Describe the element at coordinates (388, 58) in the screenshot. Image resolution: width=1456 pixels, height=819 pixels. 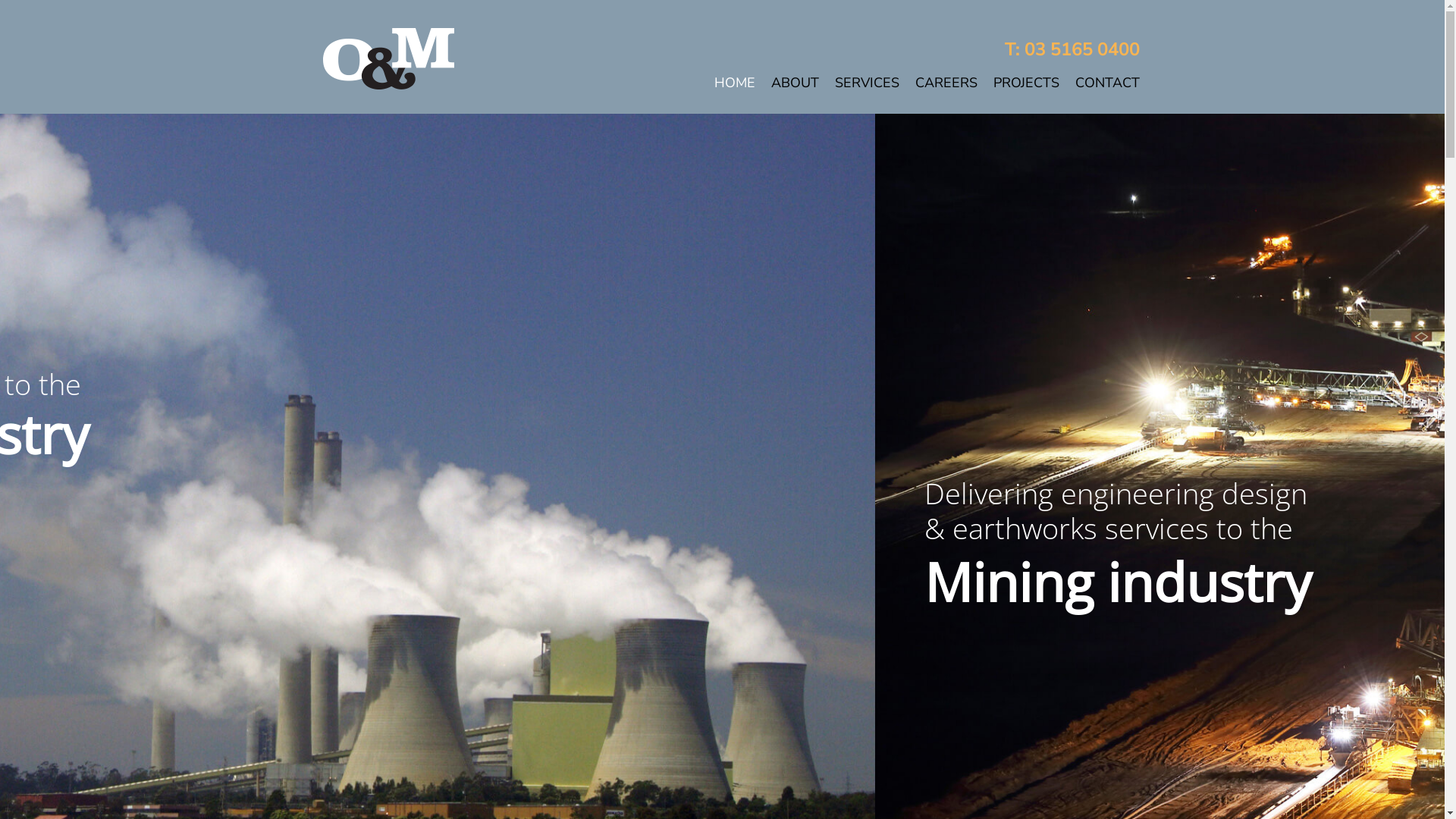
I see `'OM-logo-reversed-180px'` at that location.